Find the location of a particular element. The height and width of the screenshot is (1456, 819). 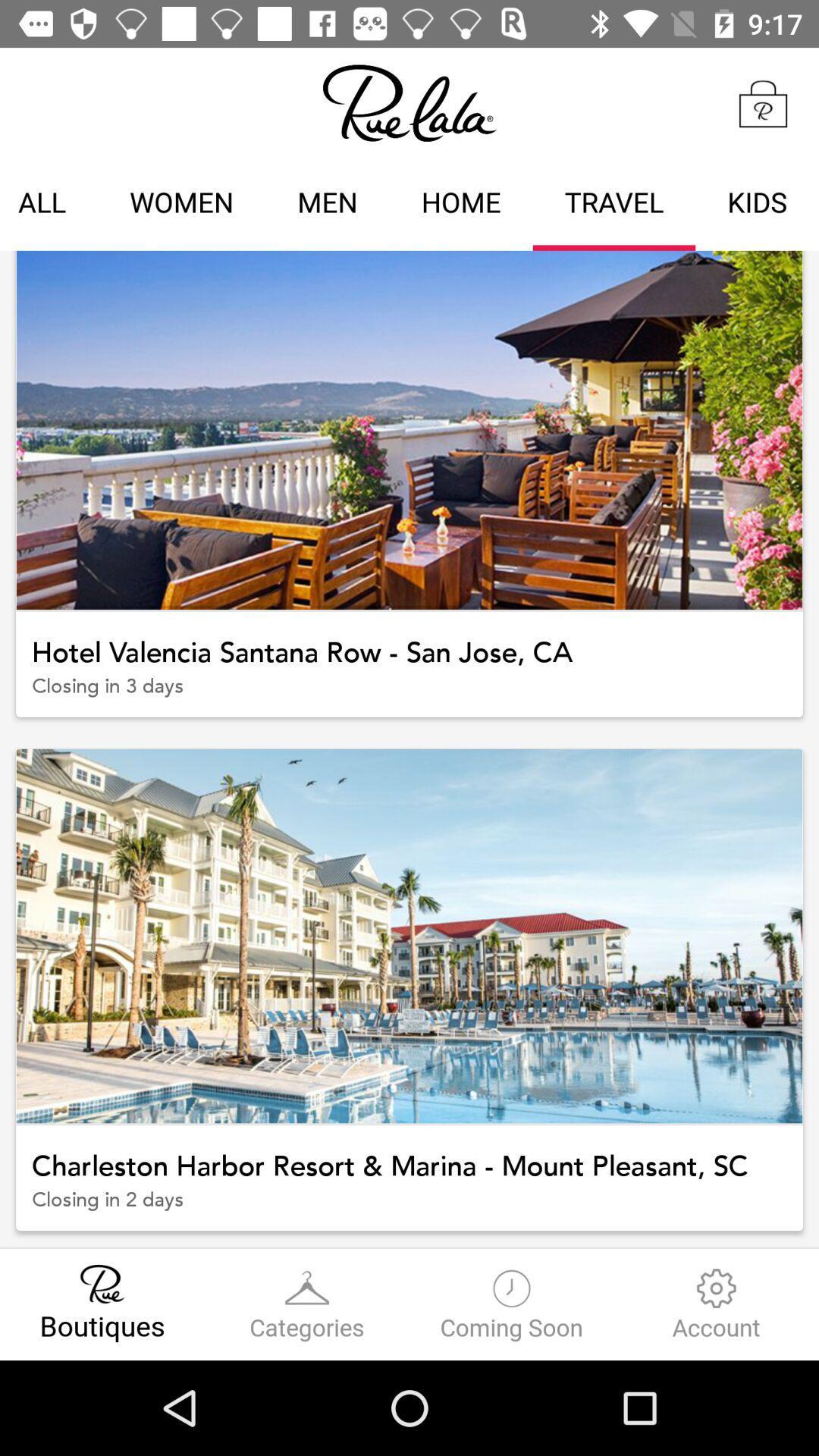

the icon to the right of home icon is located at coordinates (614, 204).